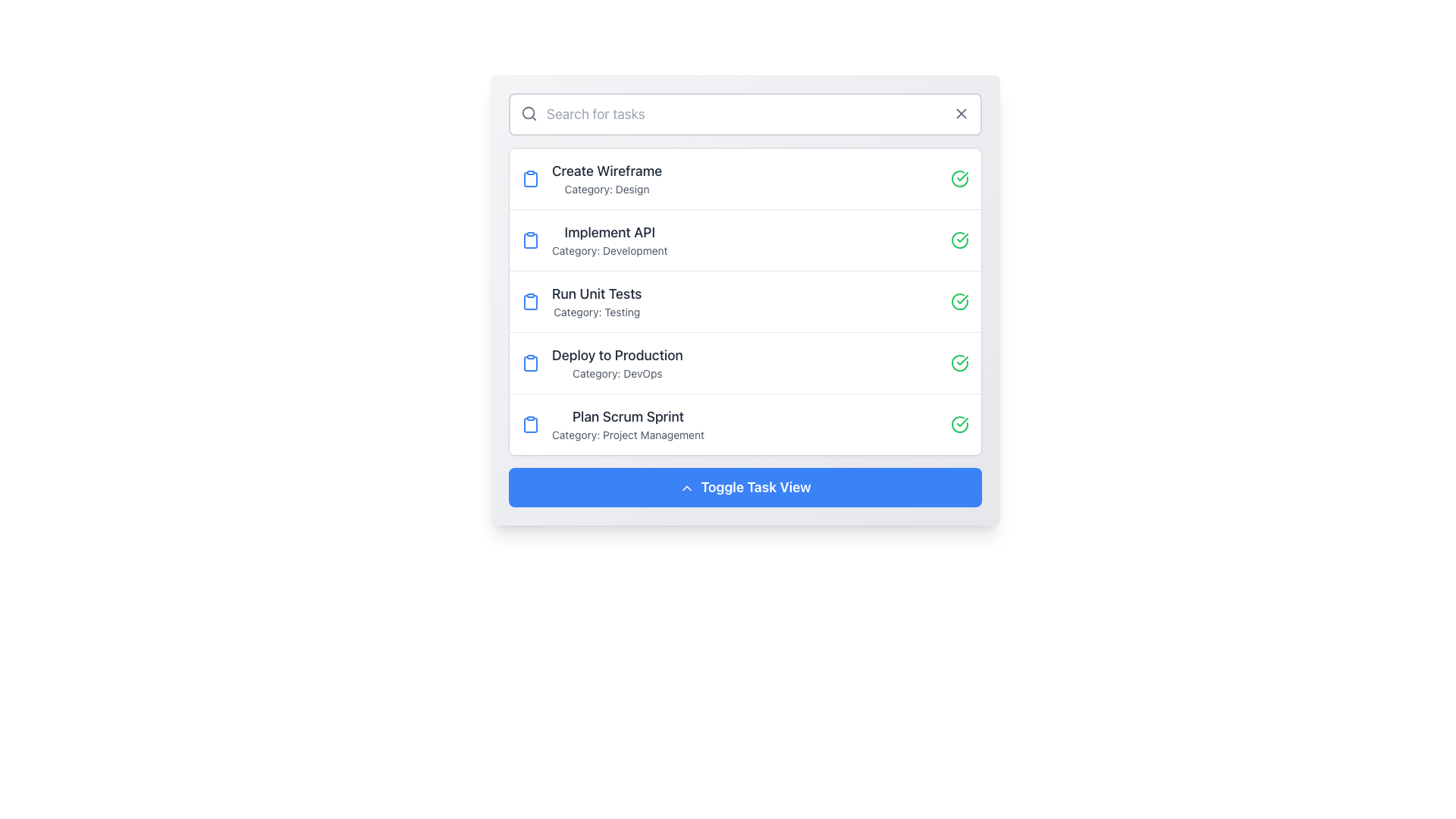 This screenshot has width=1456, height=819. What do you see at coordinates (596, 294) in the screenshot?
I see `the static text label that serves as the title for the current task item, located in the third row of the list interface, above the 'Category: Testing' text and within the row containing 'Run Unit Tests'` at bounding box center [596, 294].